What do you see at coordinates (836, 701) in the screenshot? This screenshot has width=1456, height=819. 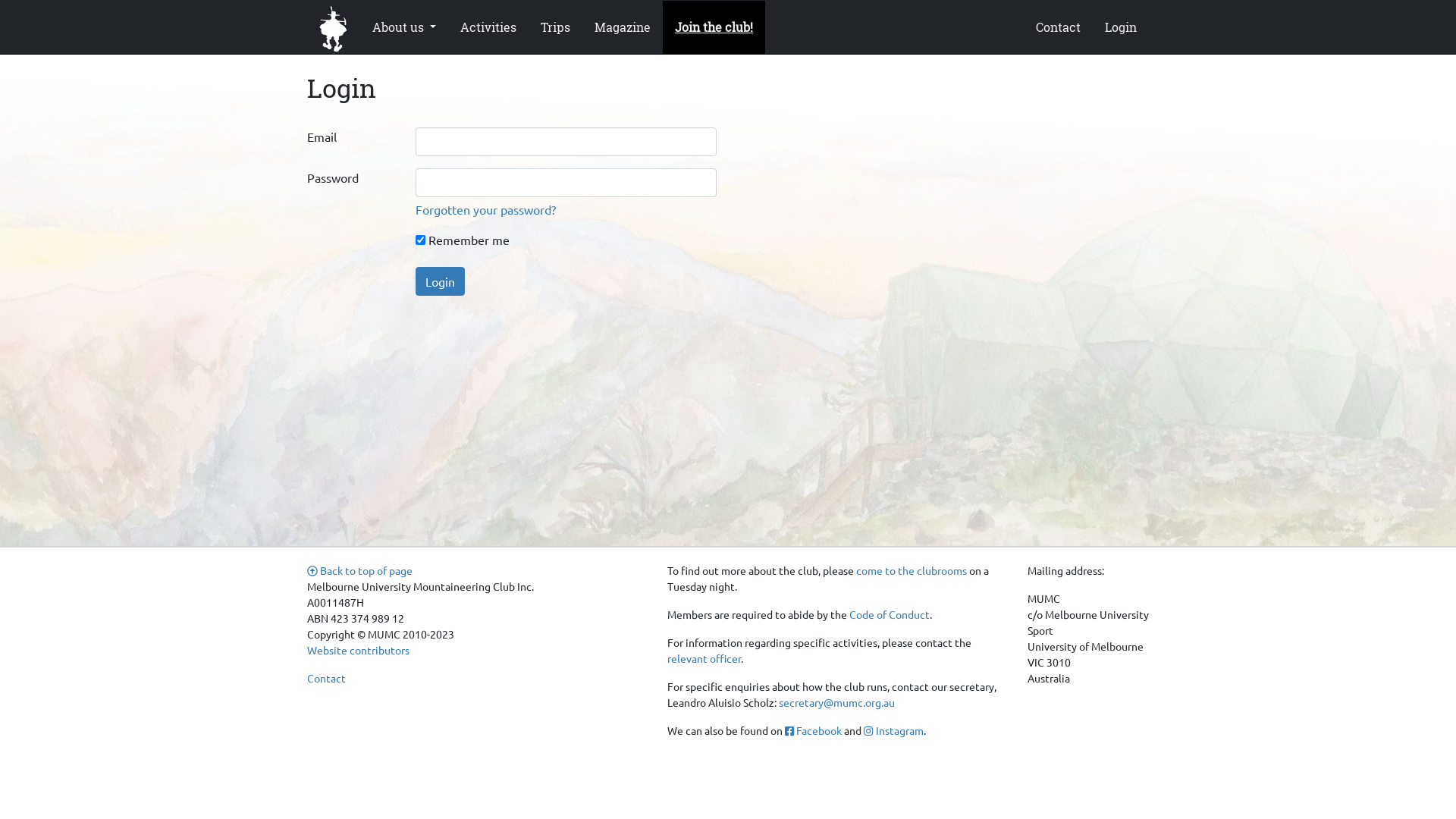 I see `'secretary@mumc.org.au'` at bounding box center [836, 701].